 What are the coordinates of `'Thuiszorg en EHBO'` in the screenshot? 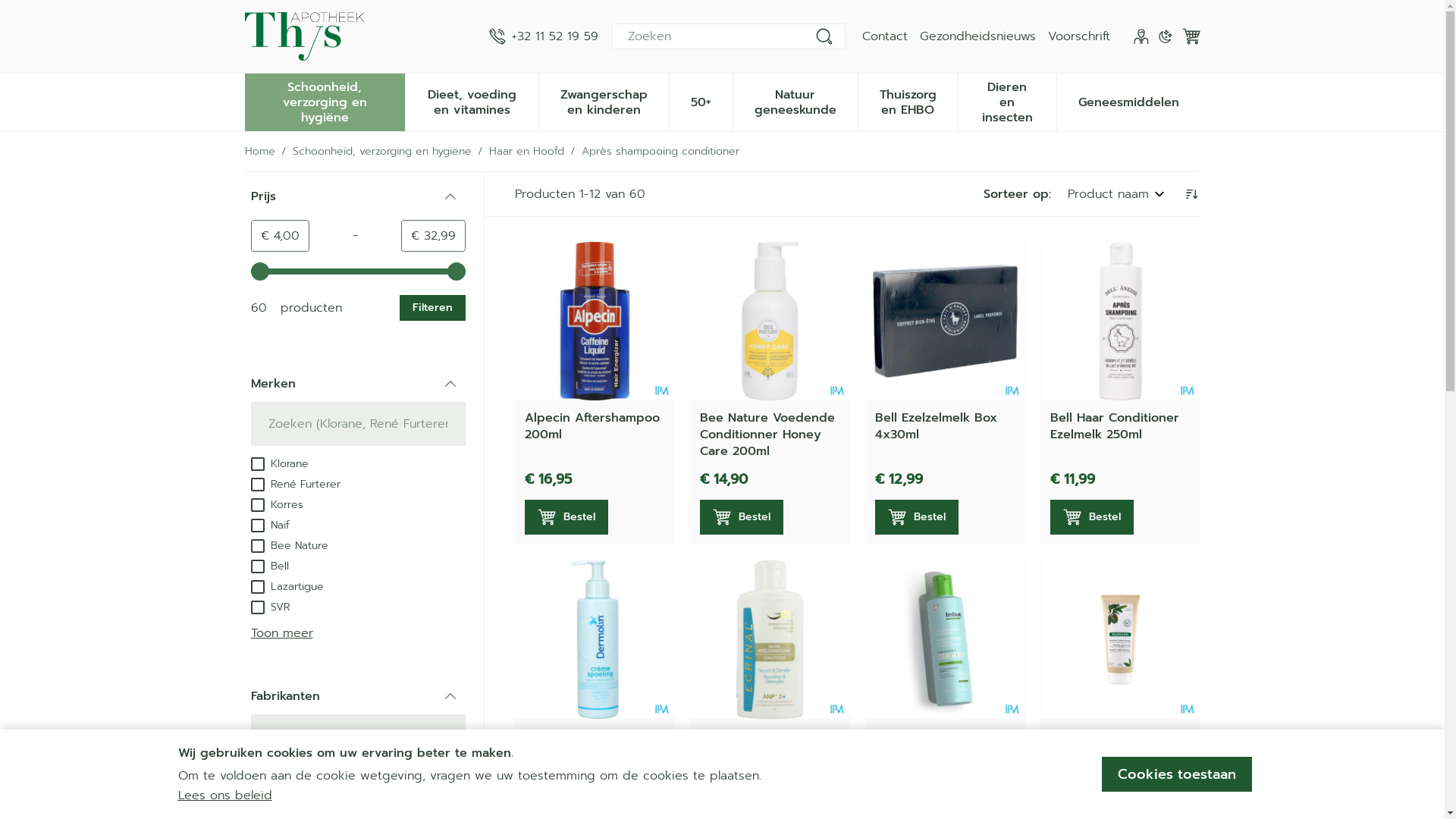 It's located at (908, 100).